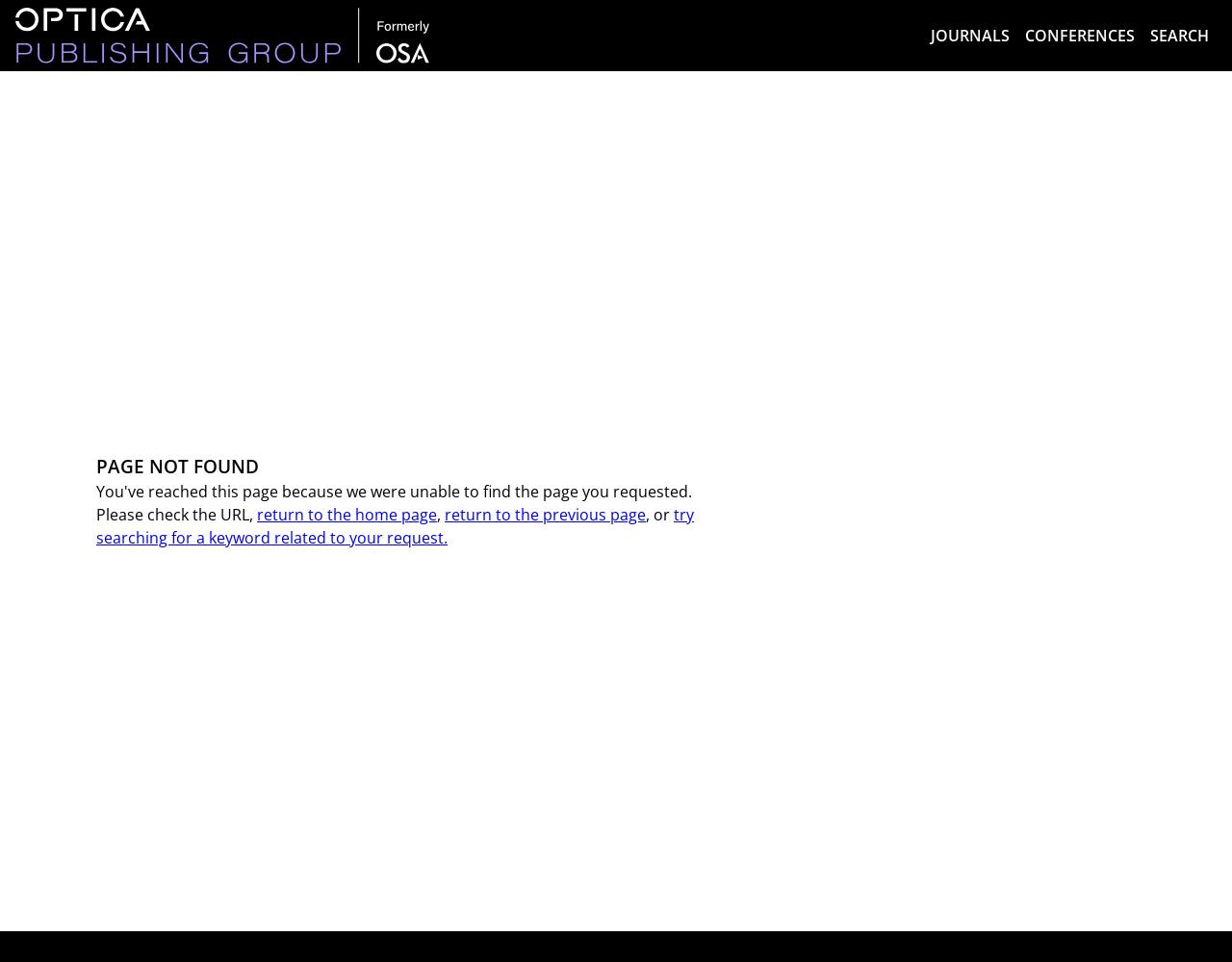  Describe the element at coordinates (970, 36) in the screenshot. I see `'Journals'` at that location.